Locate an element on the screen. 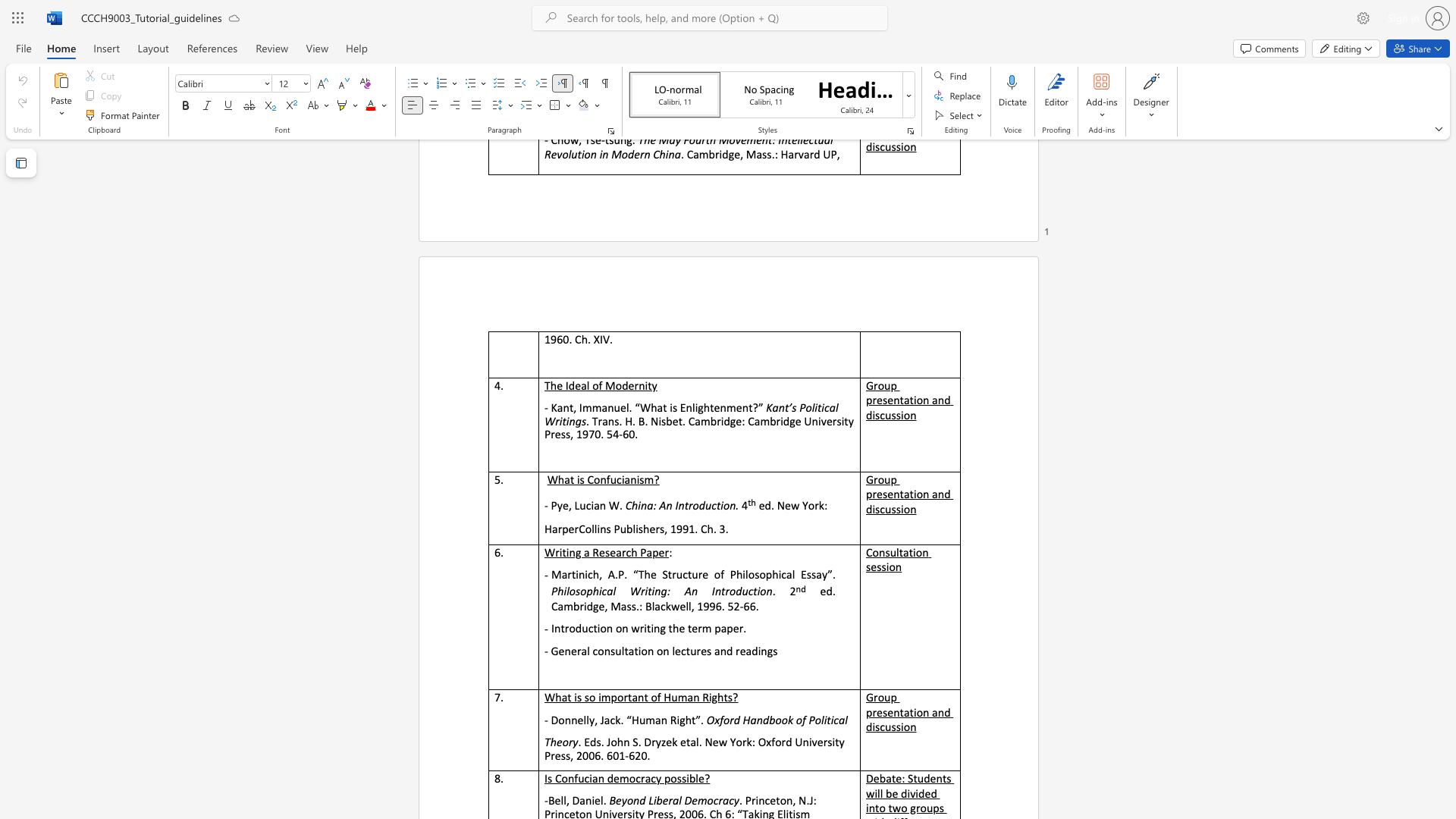  the subset text "troduct" within the text "China: An Introduction." is located at coordinates (683, 505).